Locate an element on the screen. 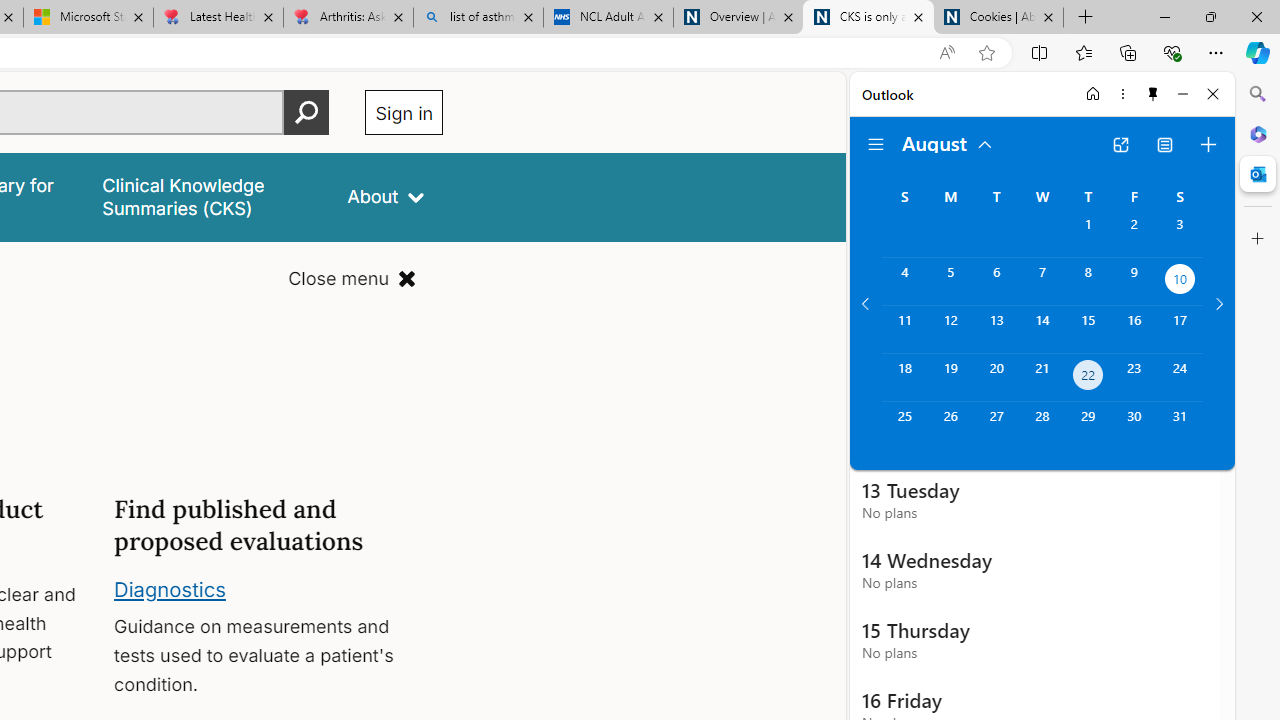 The width and height of the screenshot is (1280, 720). 'Tuesday, August 20, 2024. ' is located at coordinates (996, 377).